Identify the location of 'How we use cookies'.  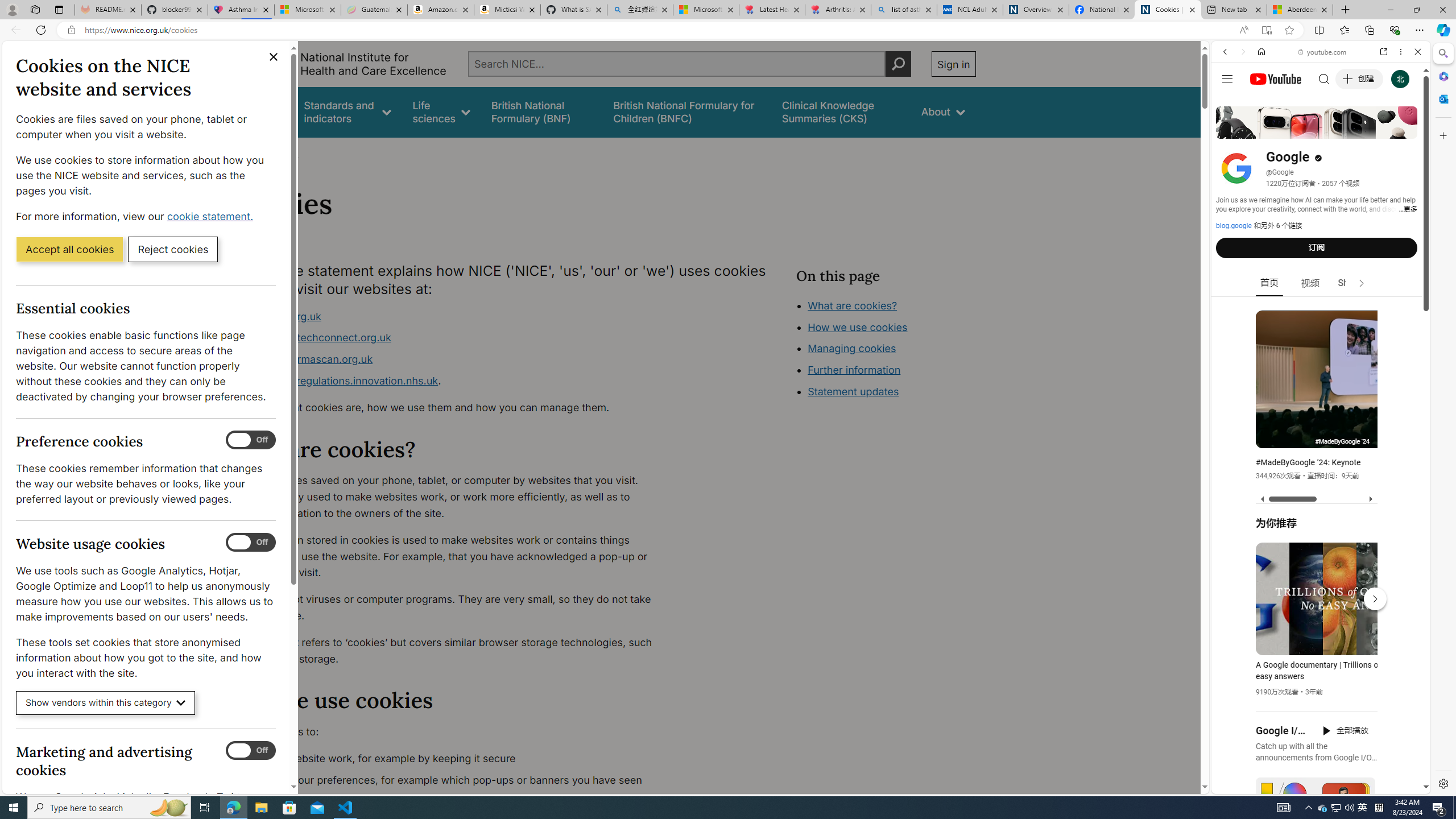
(857, 326).